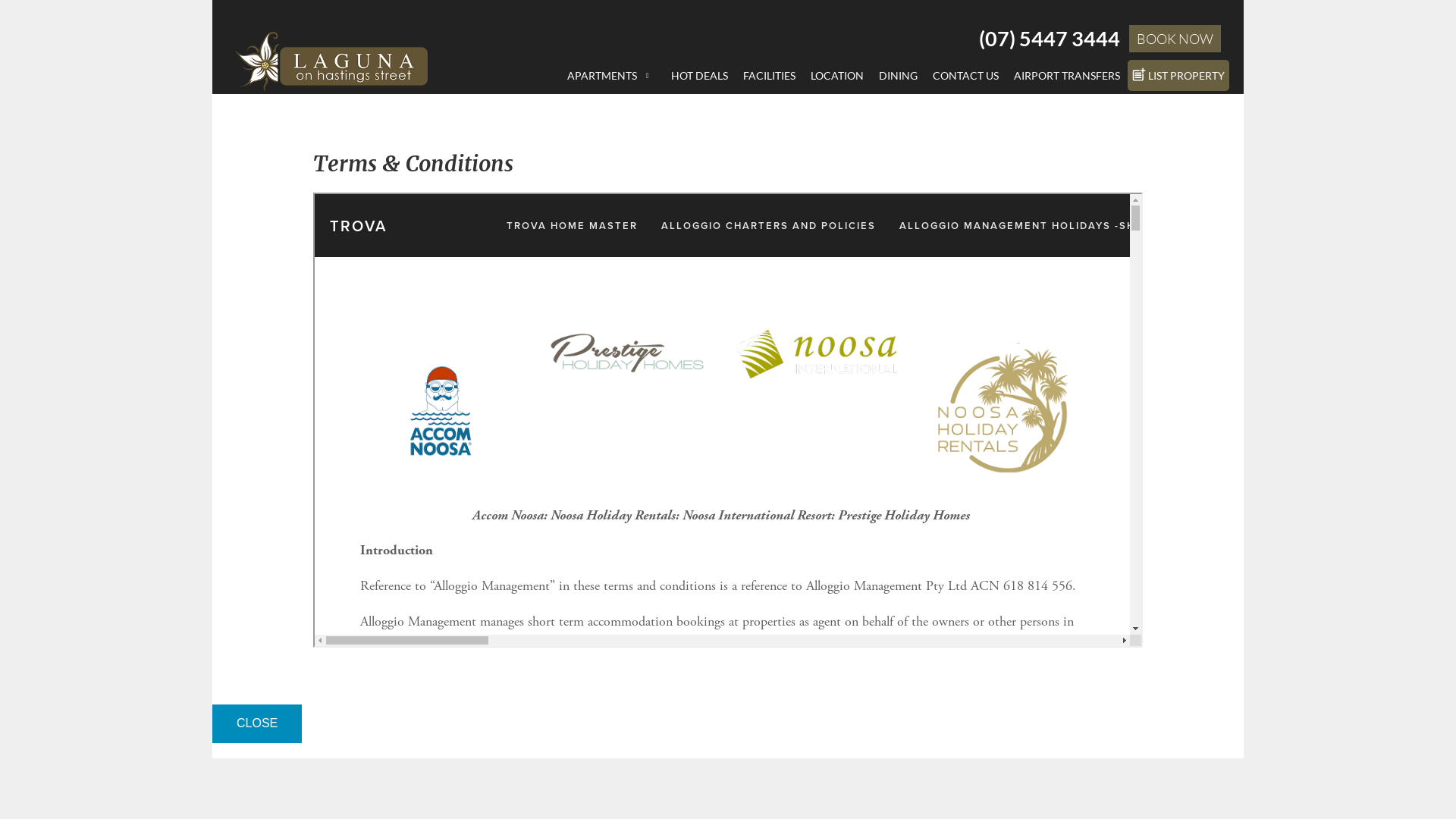 Image resolution: width=1456 pixels, height=819 pixels. Describe the element at coordinates (1174, 37) in the screenshot. I see `'BOOK NOW'` at that location.